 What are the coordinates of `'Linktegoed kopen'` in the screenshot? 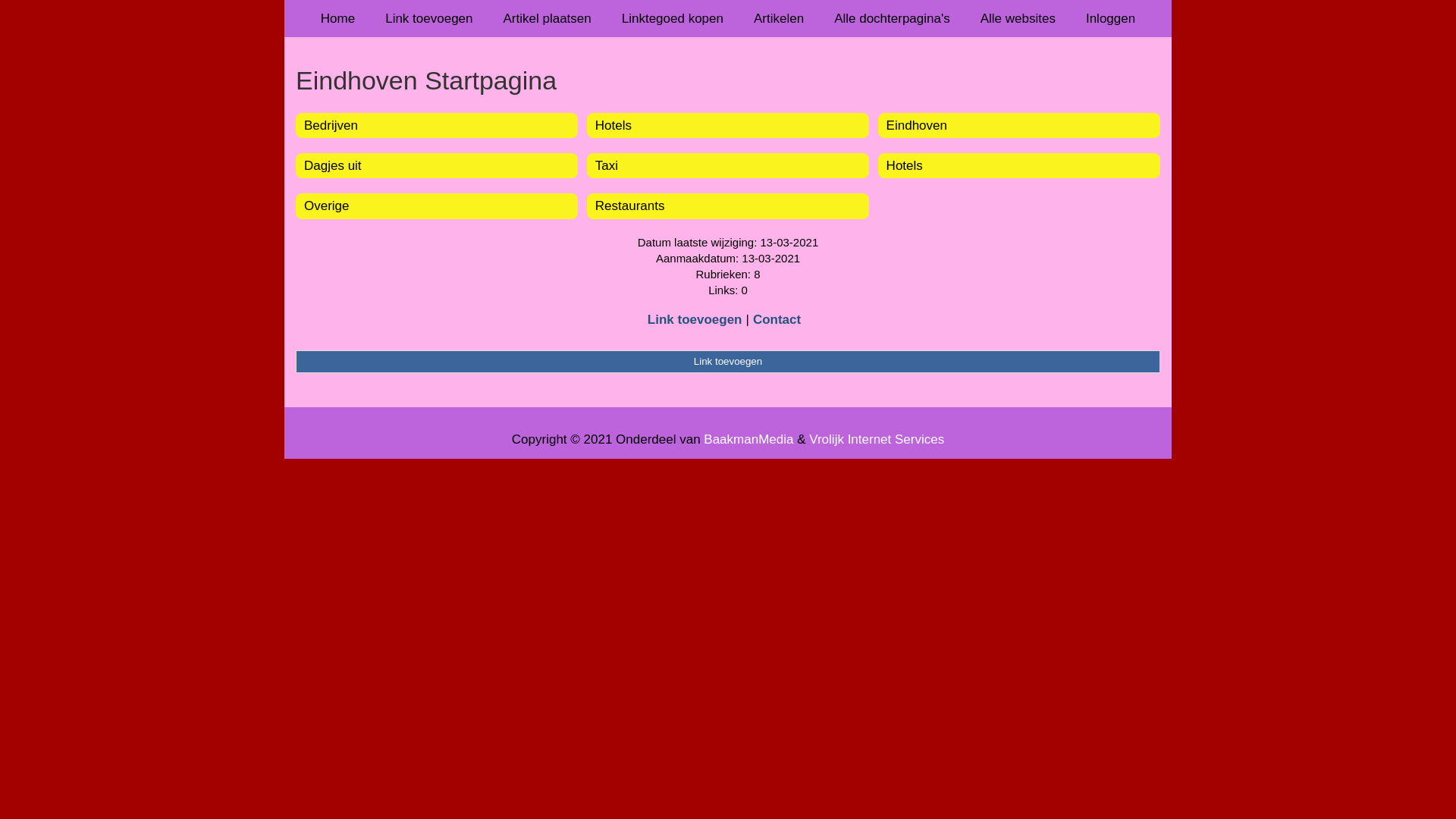 It's located at (607, 18).